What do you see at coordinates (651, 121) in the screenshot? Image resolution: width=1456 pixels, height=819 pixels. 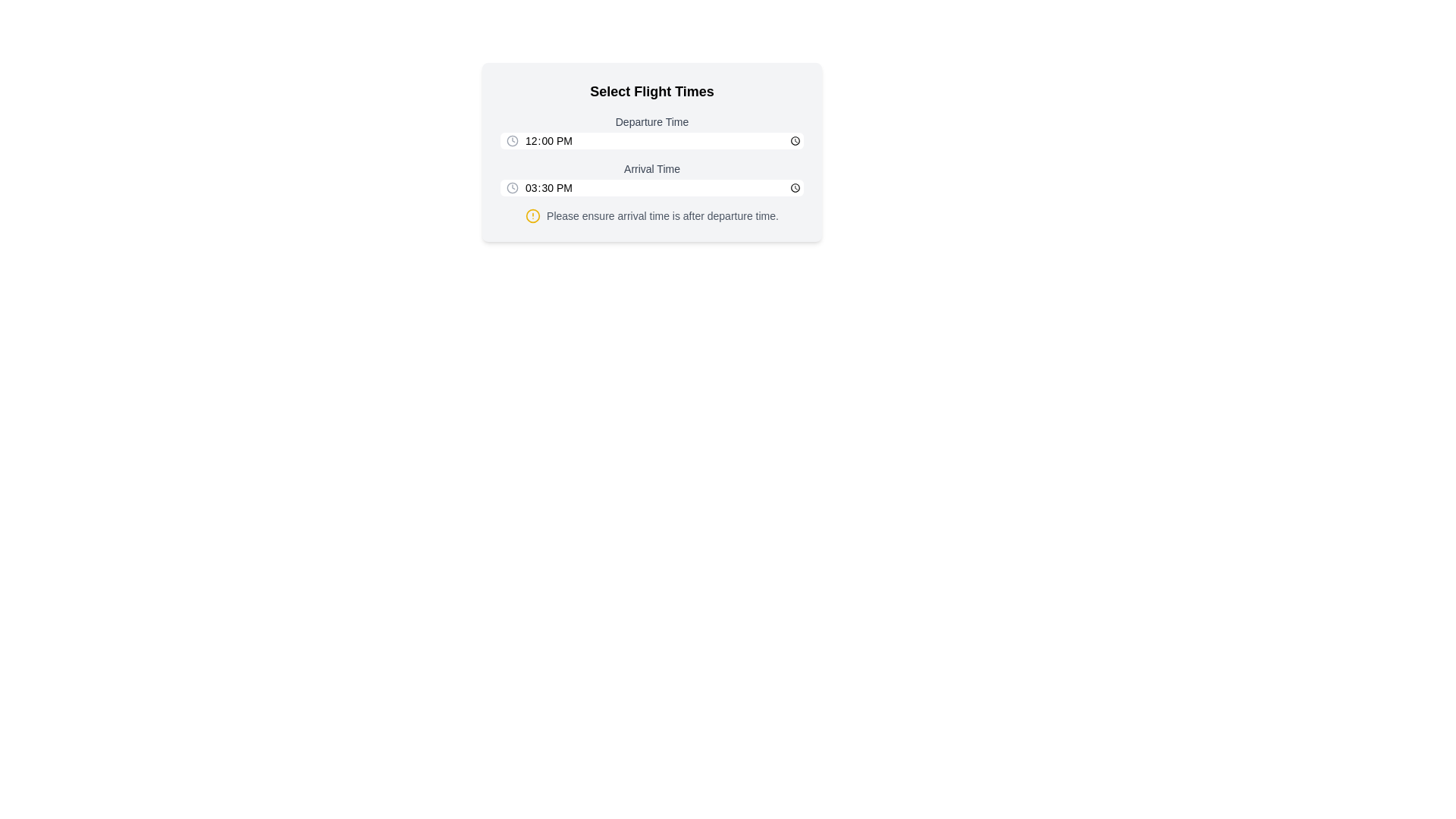 I see `the 'Departure Time' label, which displays the text in a small, medium-weight grayish font located at the top-center of the panel above the associated input field` at bounding box center [651, 121].